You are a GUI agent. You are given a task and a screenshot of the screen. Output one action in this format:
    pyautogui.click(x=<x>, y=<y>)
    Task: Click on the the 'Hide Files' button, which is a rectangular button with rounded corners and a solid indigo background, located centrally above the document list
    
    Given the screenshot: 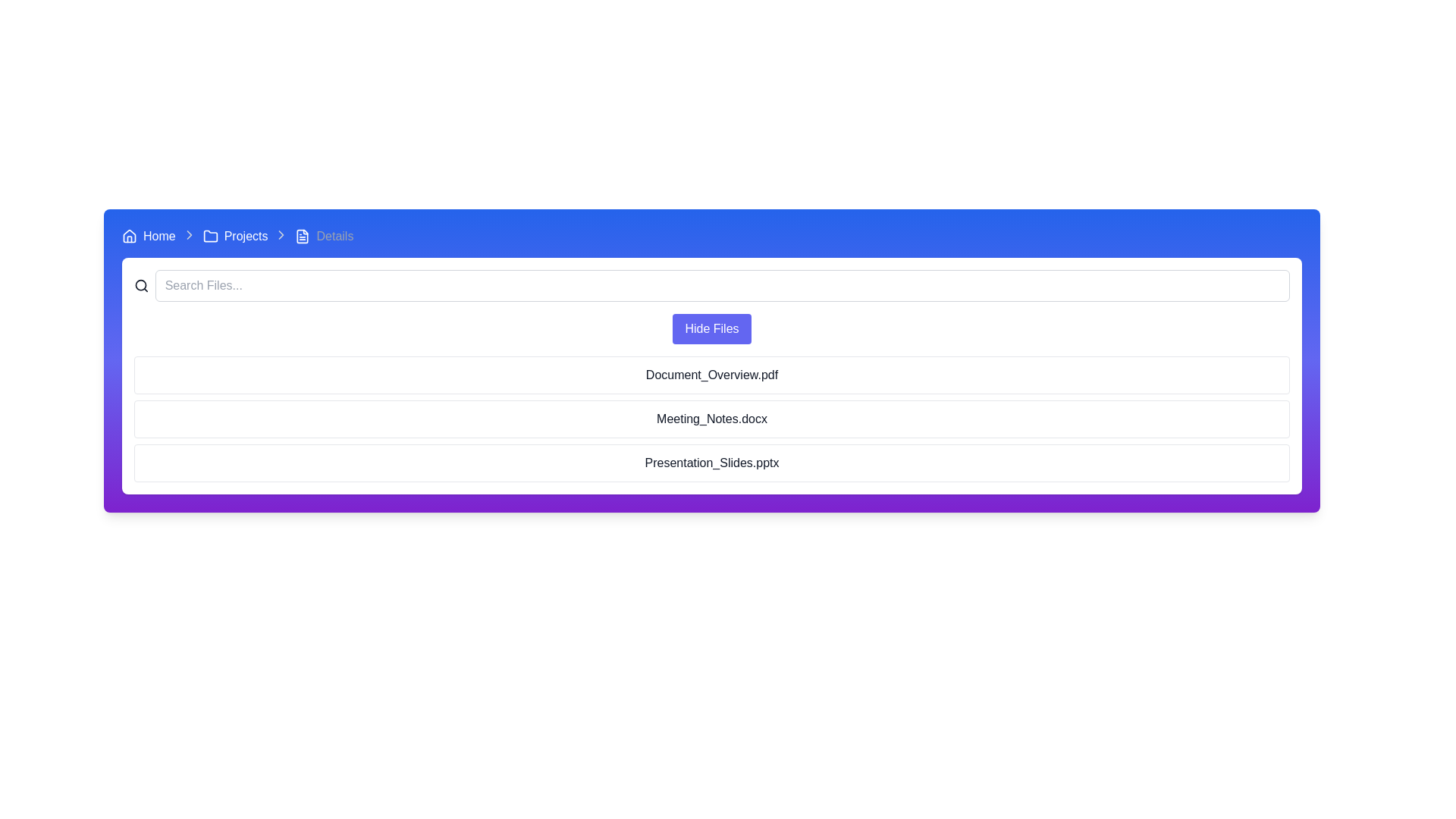 What is the action you would take?
    pyautogui.click(x=711, y=328)
    